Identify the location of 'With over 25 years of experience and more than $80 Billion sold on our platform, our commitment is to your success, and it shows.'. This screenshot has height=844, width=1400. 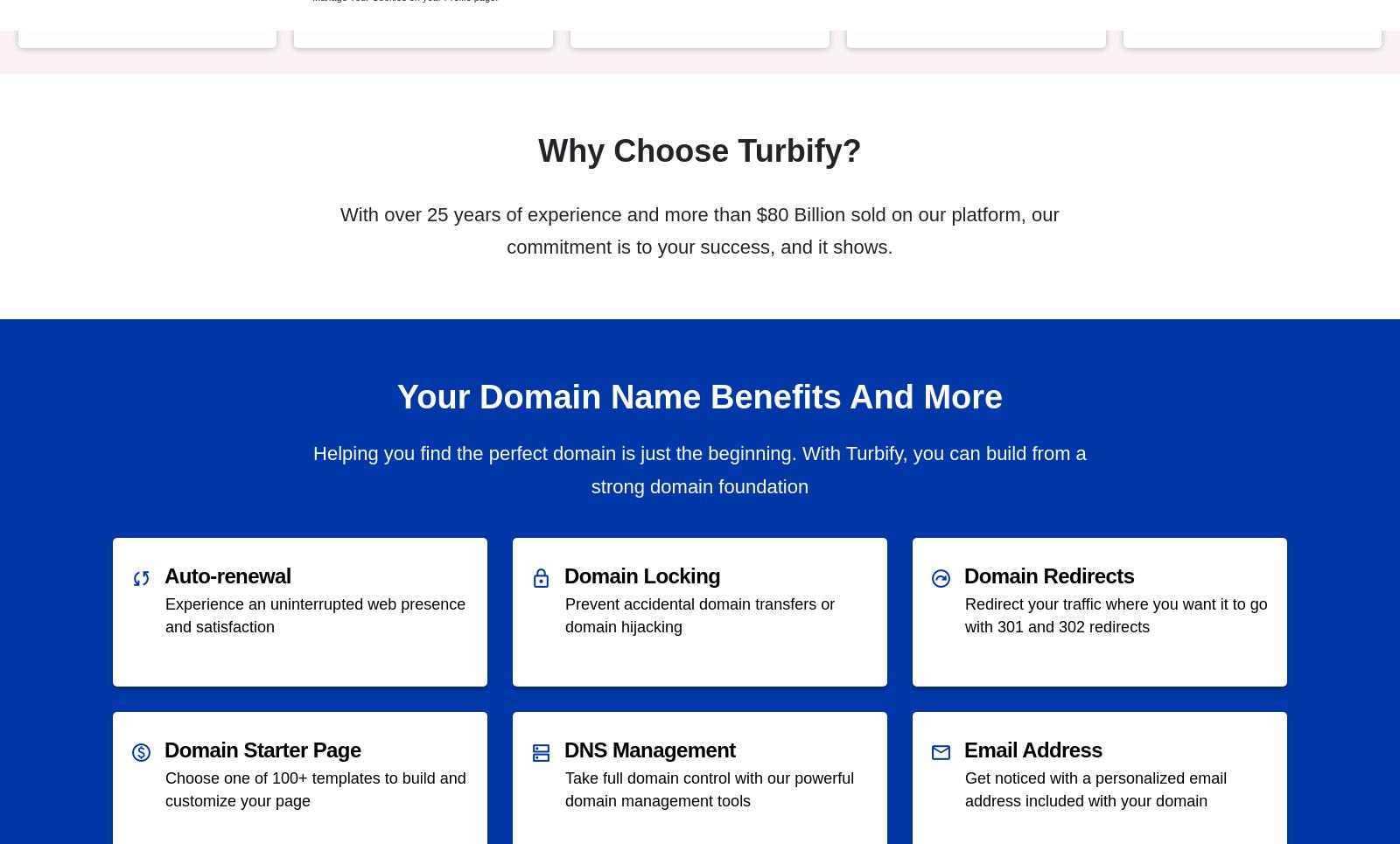
(699, 231).